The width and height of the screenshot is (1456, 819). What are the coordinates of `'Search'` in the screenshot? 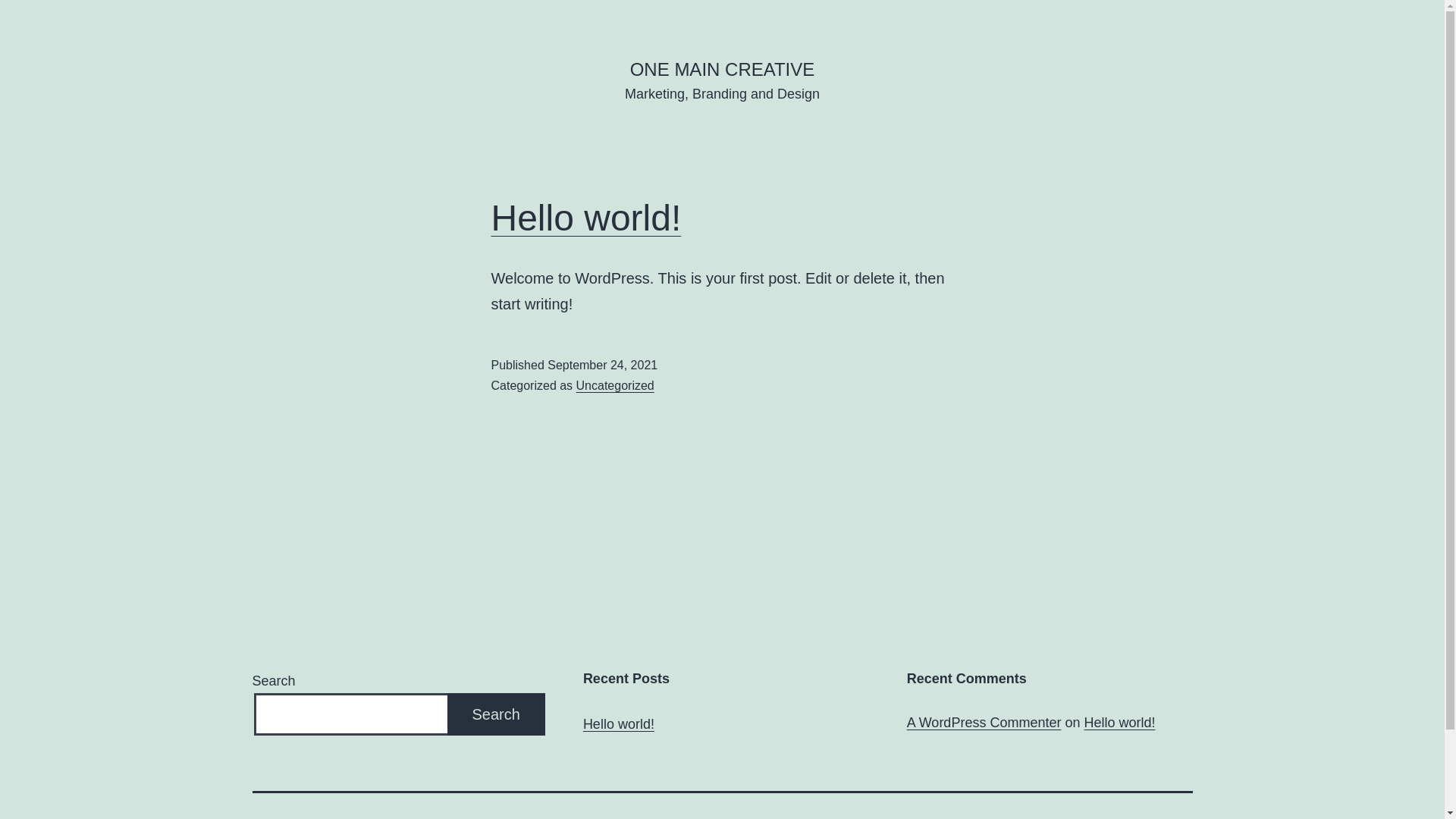 It's located at (496, 714).